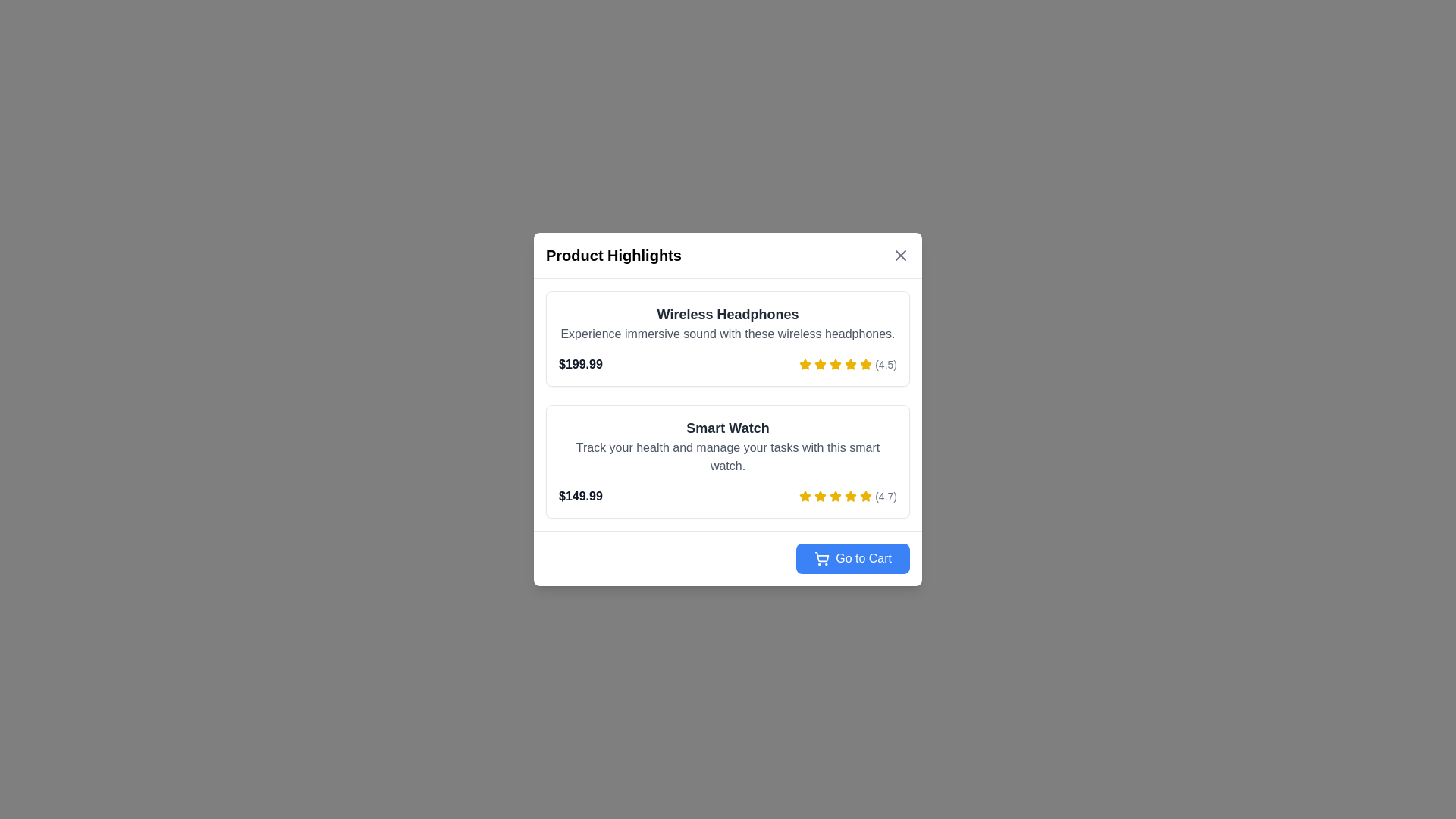 This screenshot has height=819, width=1456. I want to click on the fifth star icon representing the 4.5 rating for the 'Wireless Headphones' product, so click(851, 365).